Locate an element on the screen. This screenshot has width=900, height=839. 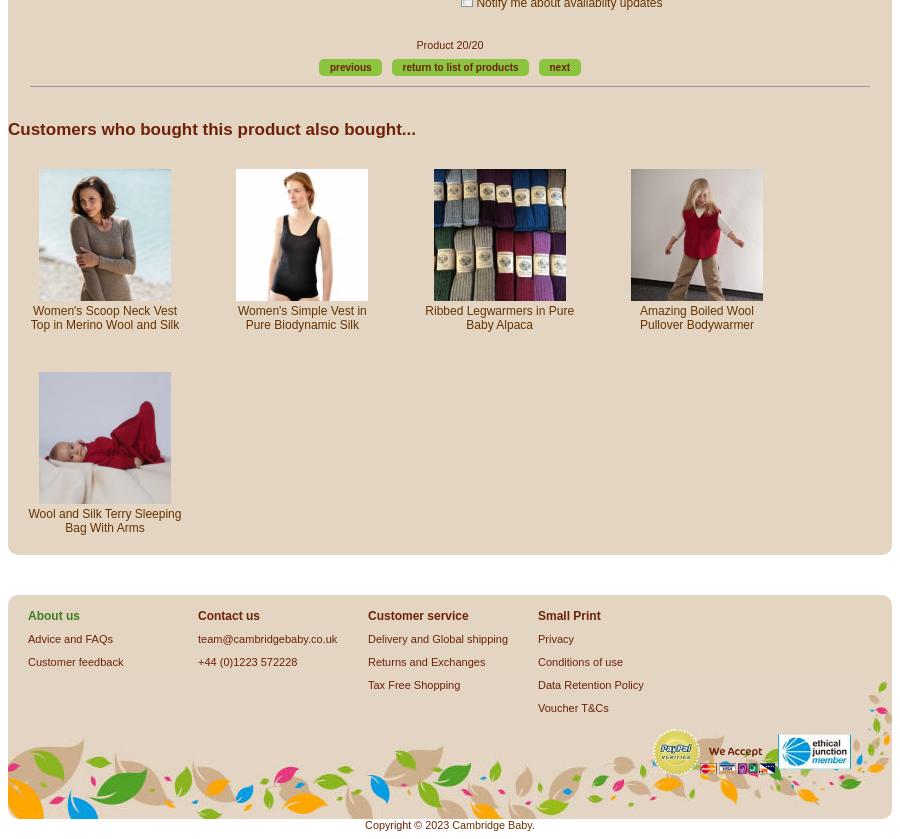
'Amazing Boiled Wool Pullover Bodywarmer' is located at coordinates (695, 316).